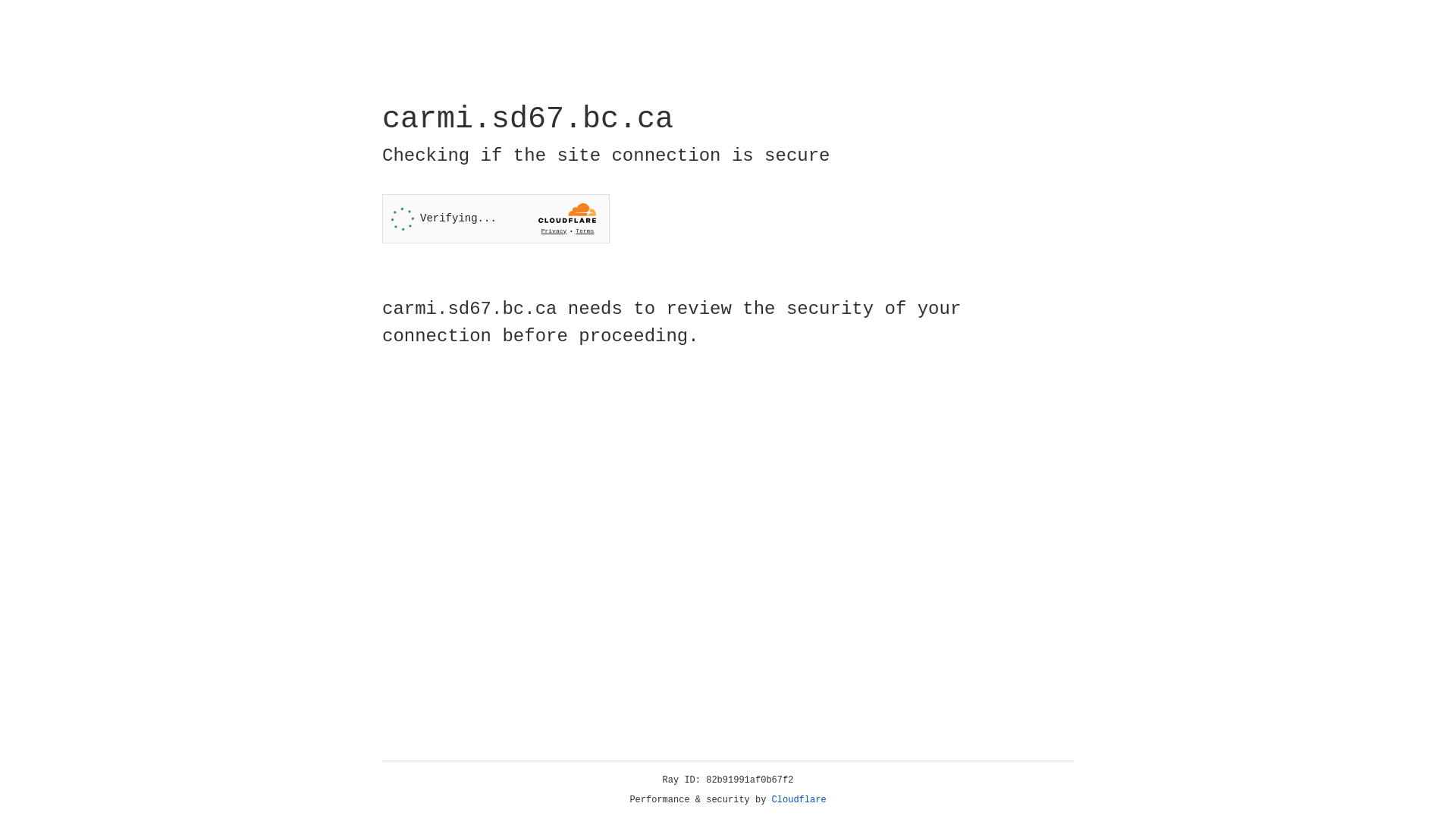 The image size is (1456, 819). I want to click on 'Widget containing a Cloudflare security challenge', so click(495, 218).